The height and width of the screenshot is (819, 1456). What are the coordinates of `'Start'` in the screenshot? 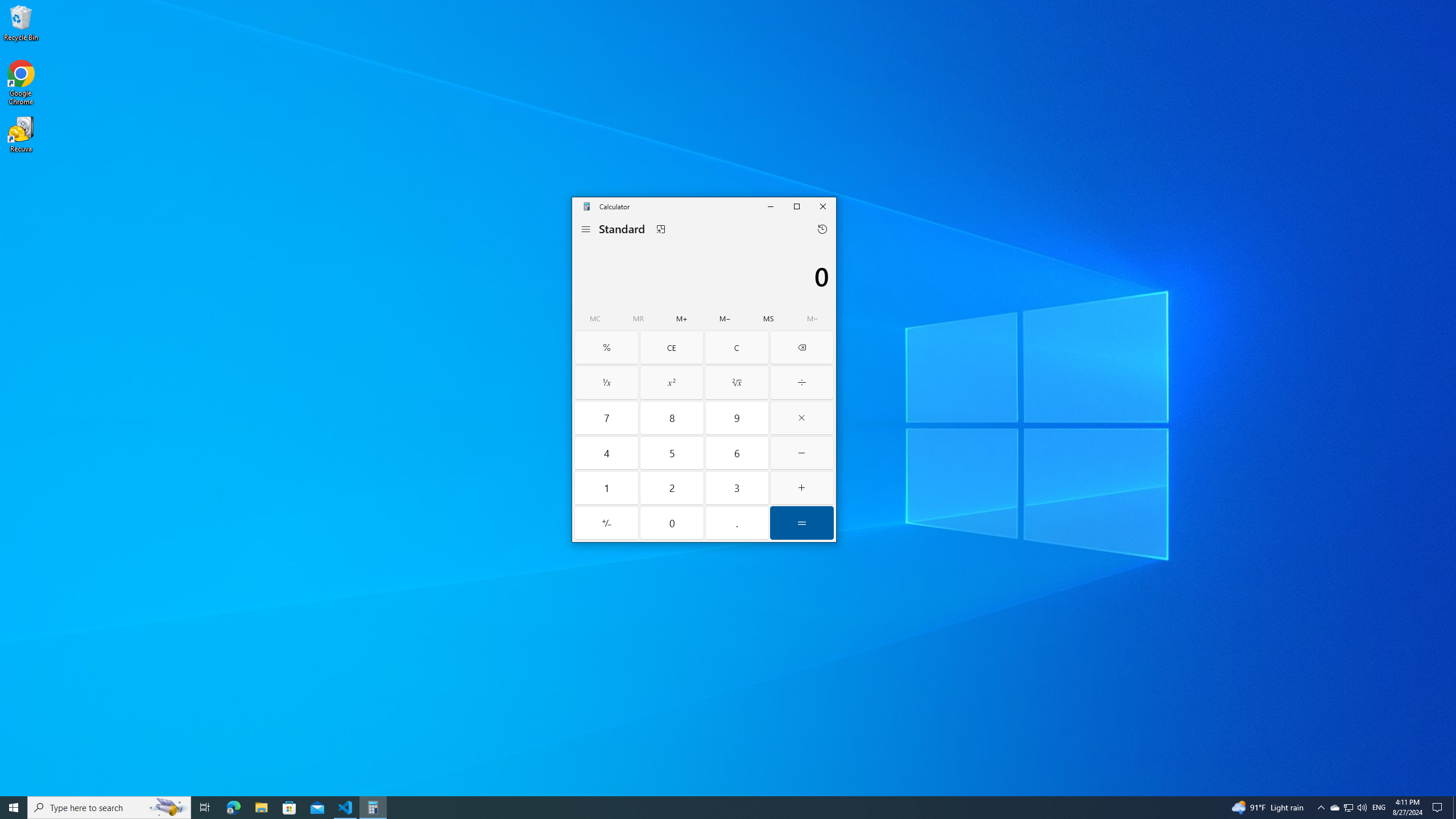 It's located at (14, 806).